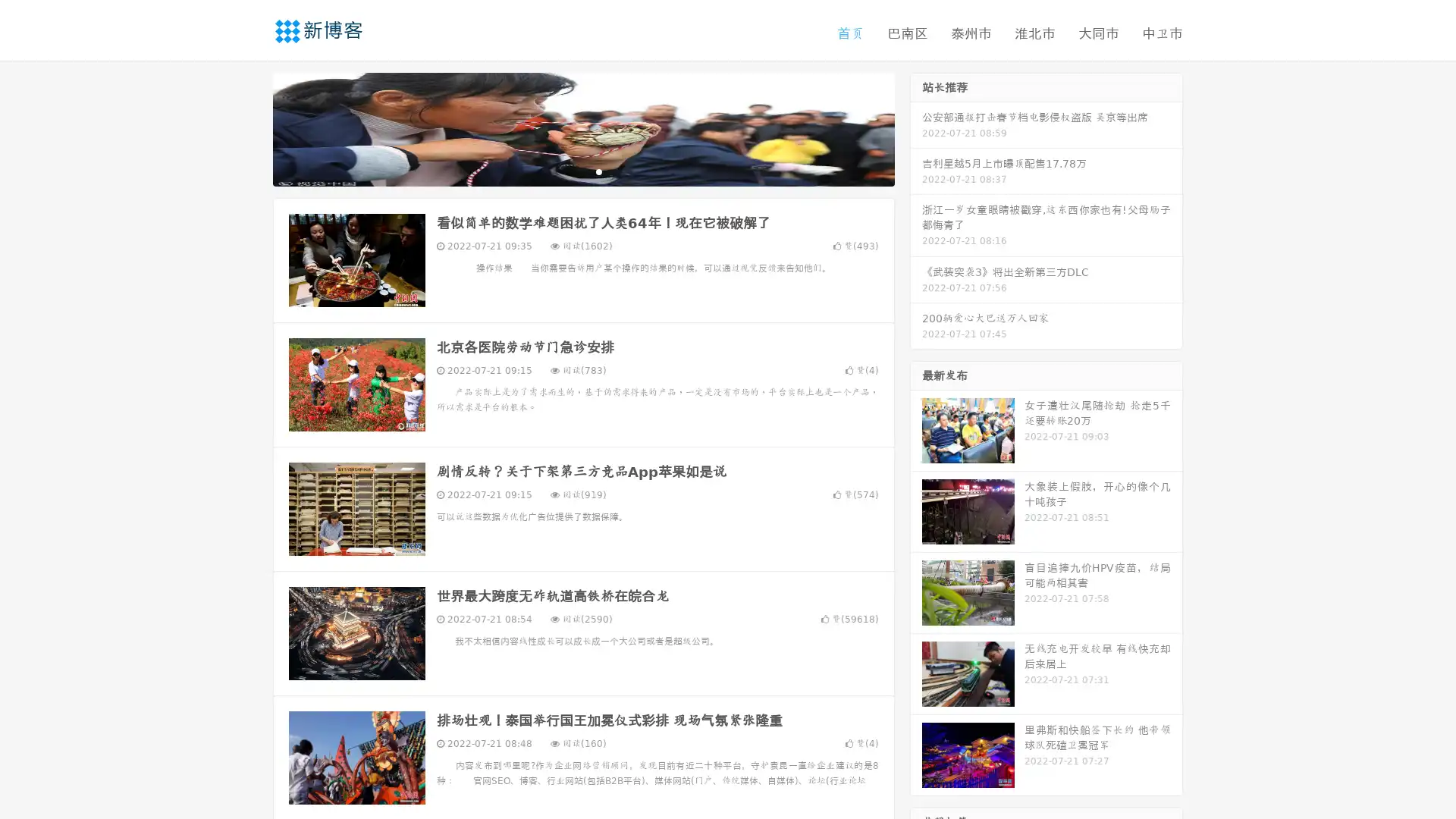  What do you see at coordinates (250, 127) in the screenshot?
I see `Previous slide` at bounding box center [250, 127].